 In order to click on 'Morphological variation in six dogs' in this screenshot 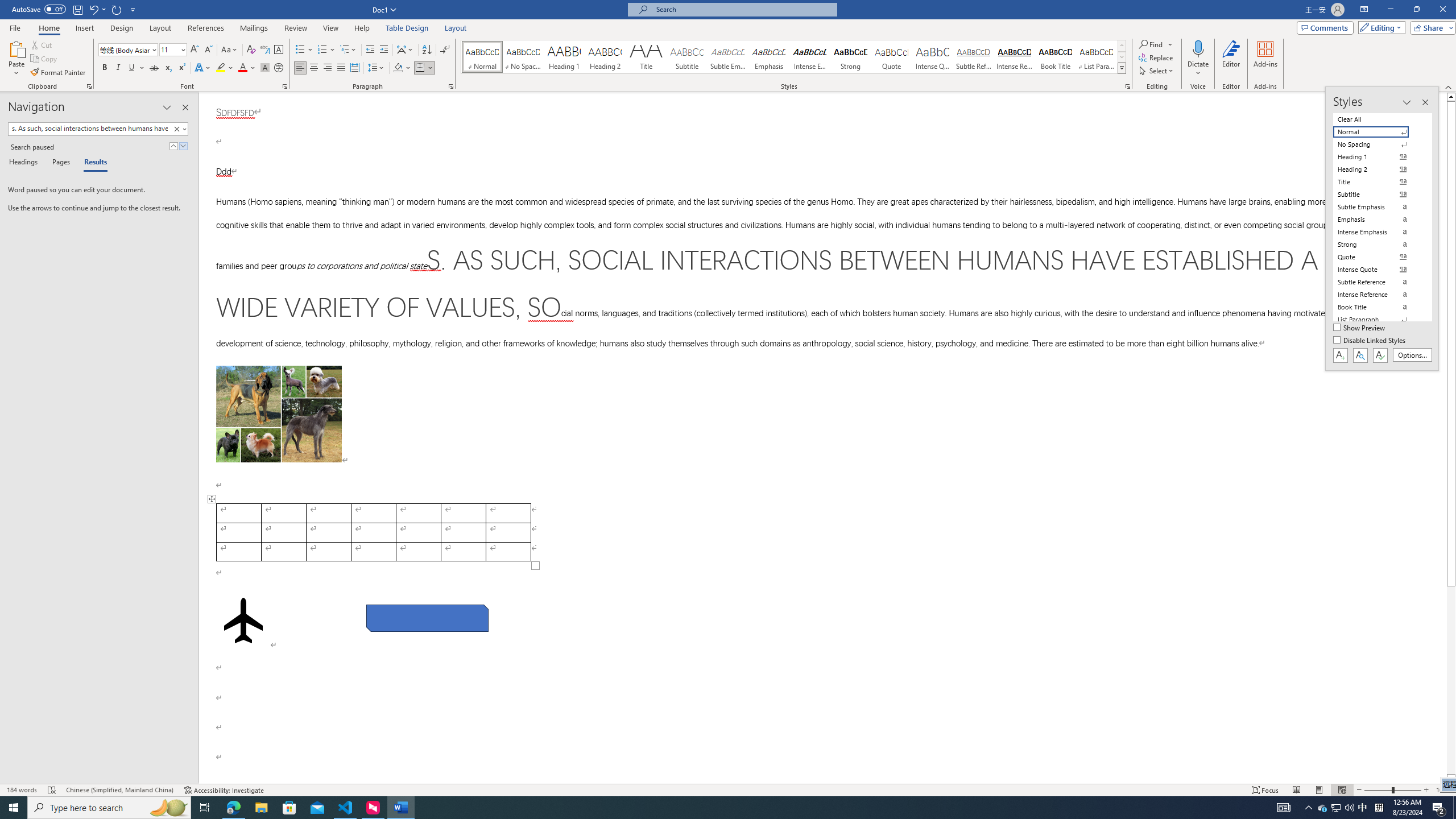, I will do `click(278, 413)`.